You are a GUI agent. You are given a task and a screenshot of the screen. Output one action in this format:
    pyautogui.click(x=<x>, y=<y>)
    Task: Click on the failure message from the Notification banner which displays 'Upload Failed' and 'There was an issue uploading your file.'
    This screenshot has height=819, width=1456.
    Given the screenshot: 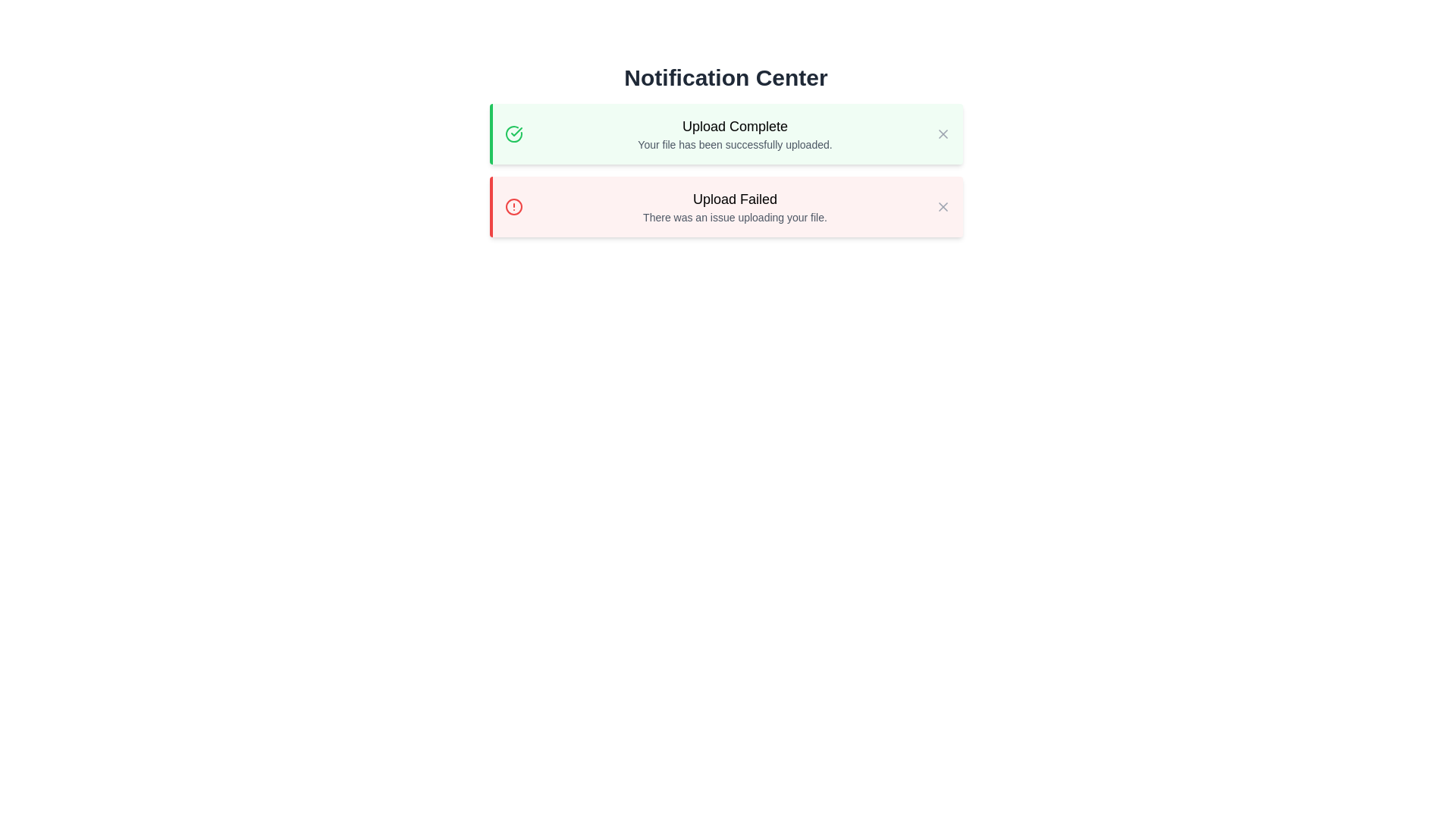 What is the action you would take?
    pyautogui.click(x=725, y=207)
    